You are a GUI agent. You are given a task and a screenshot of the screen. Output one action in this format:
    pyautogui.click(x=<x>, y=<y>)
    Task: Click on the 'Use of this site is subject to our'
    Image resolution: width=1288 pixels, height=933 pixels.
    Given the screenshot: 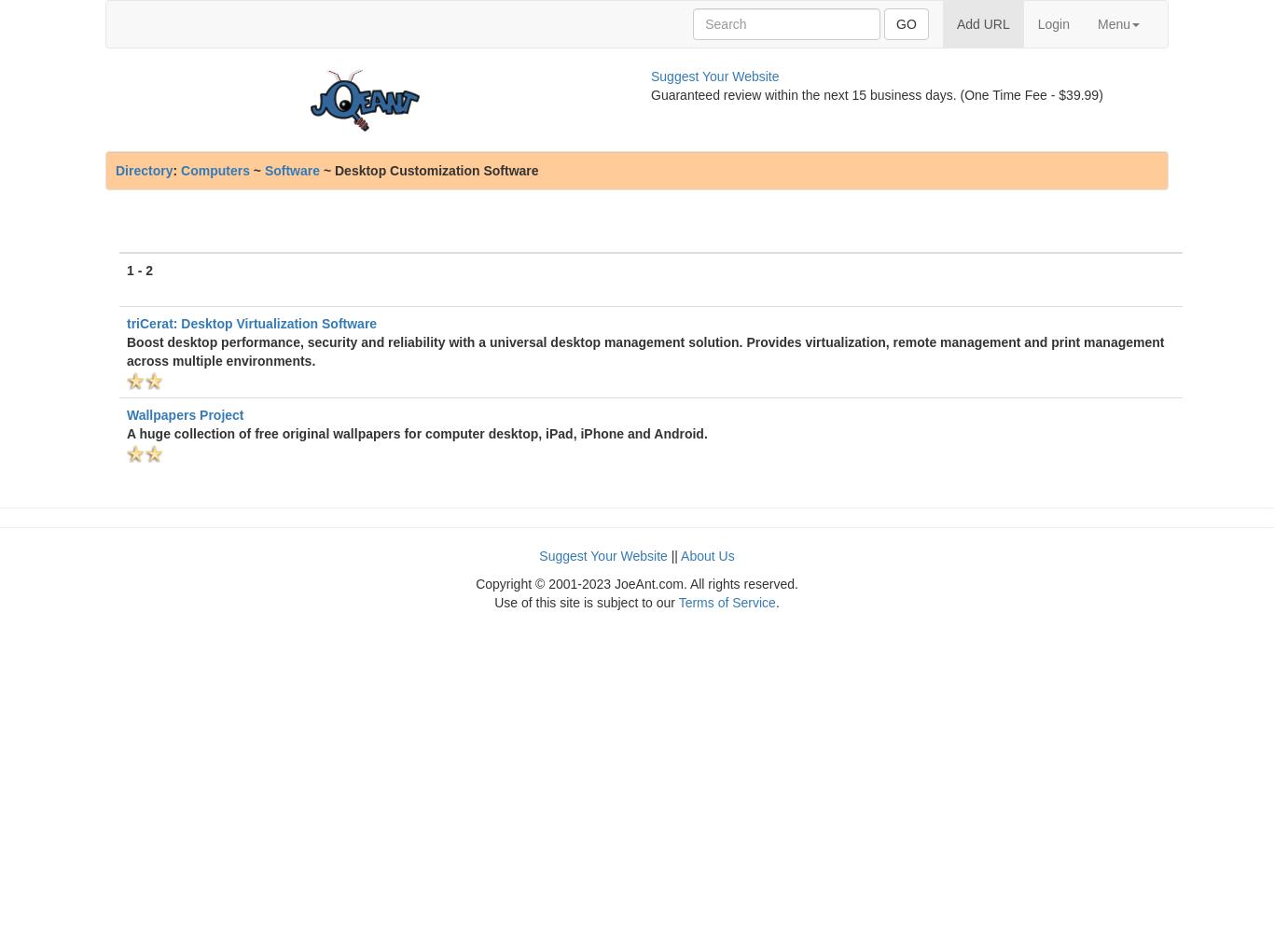 What is the action you would take?
    pyautogui.click(x=585, y=602)
    